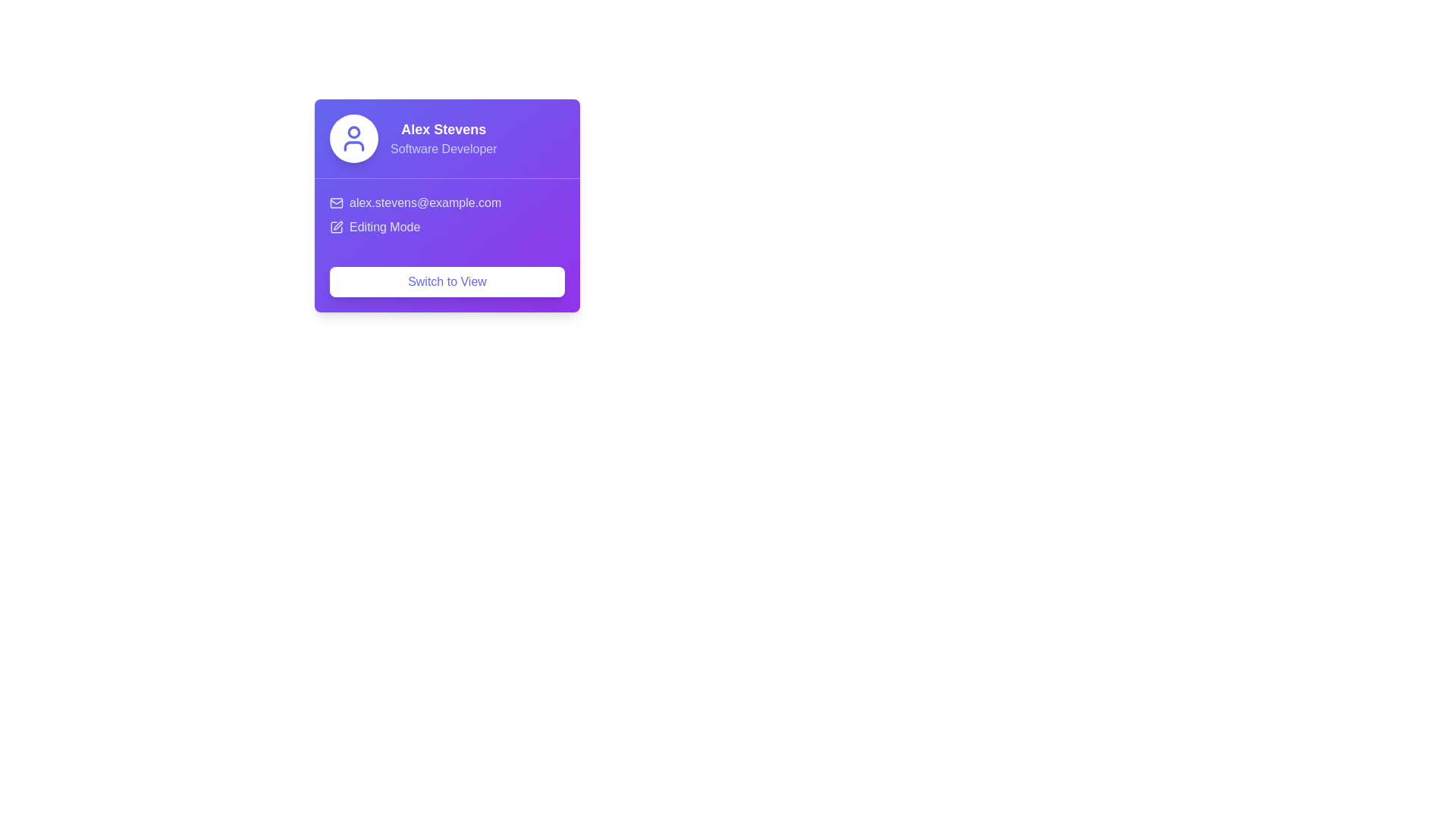  I want to click on the static label indicating the profession or designation of 'Alex Stevens', located beneath the name text on a purple card in the top-right section, so click(443, 149).